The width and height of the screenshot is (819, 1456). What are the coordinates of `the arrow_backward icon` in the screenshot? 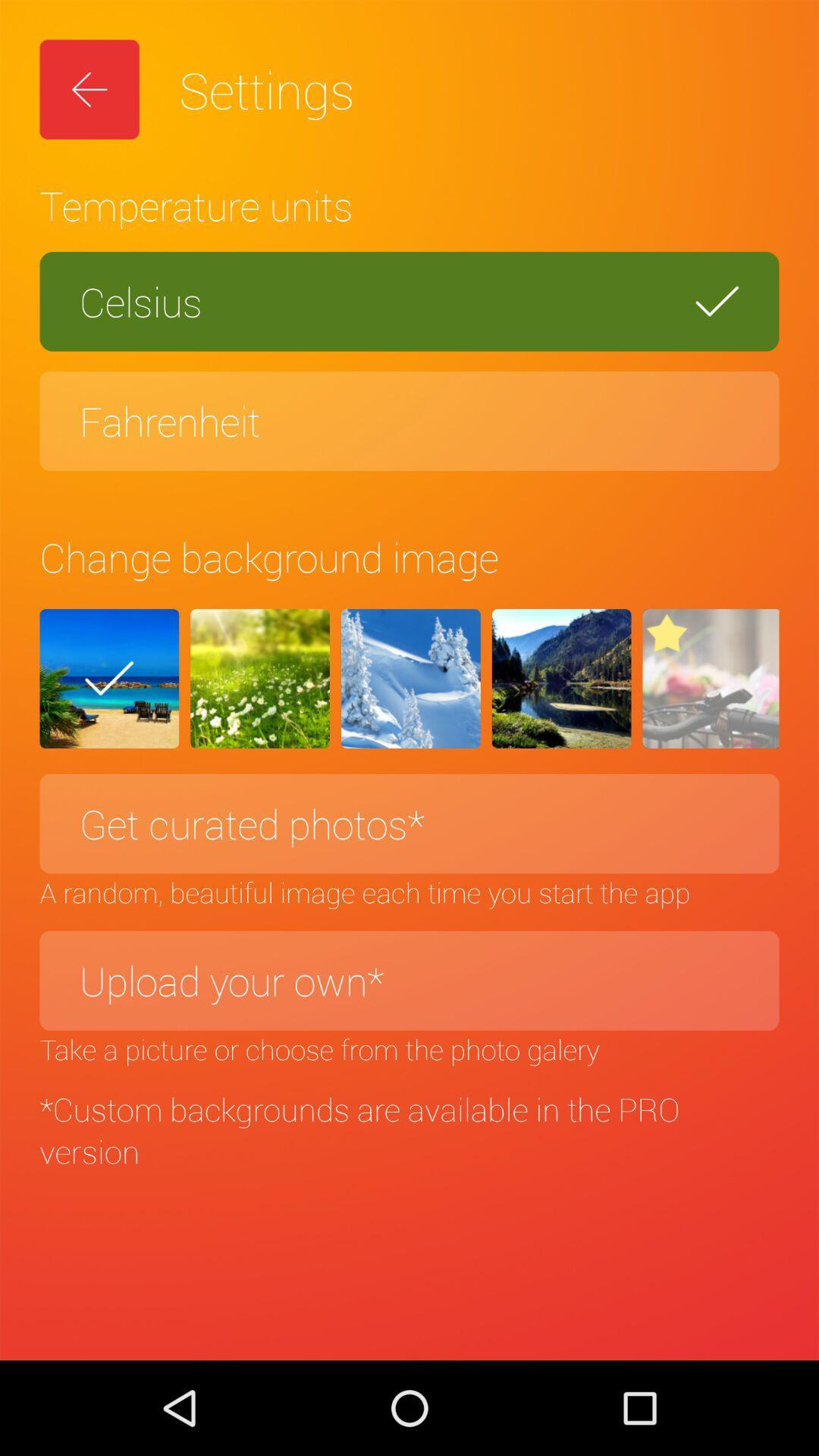 It's located at (89, 89).